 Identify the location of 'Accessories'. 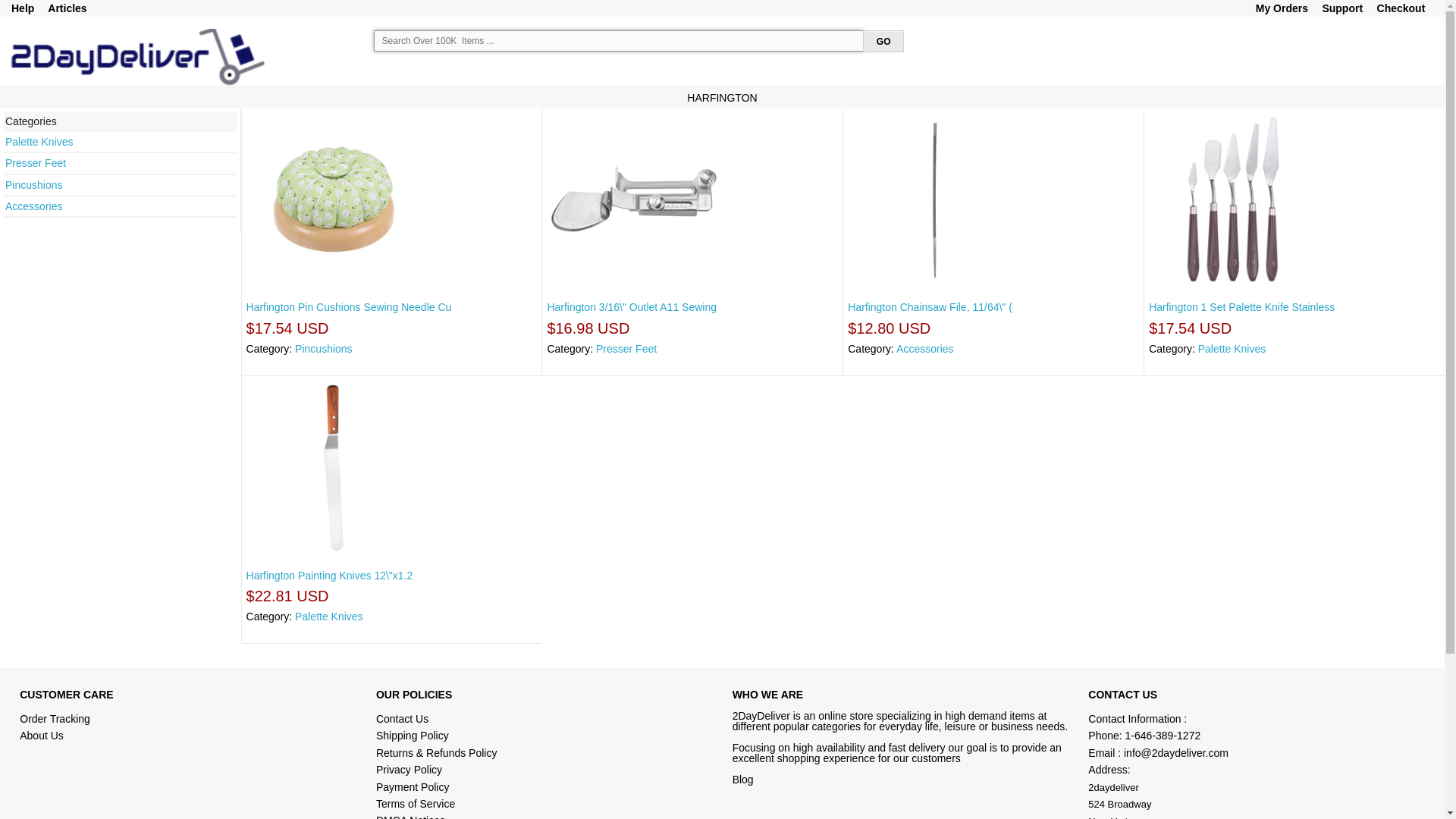
(924, 348).